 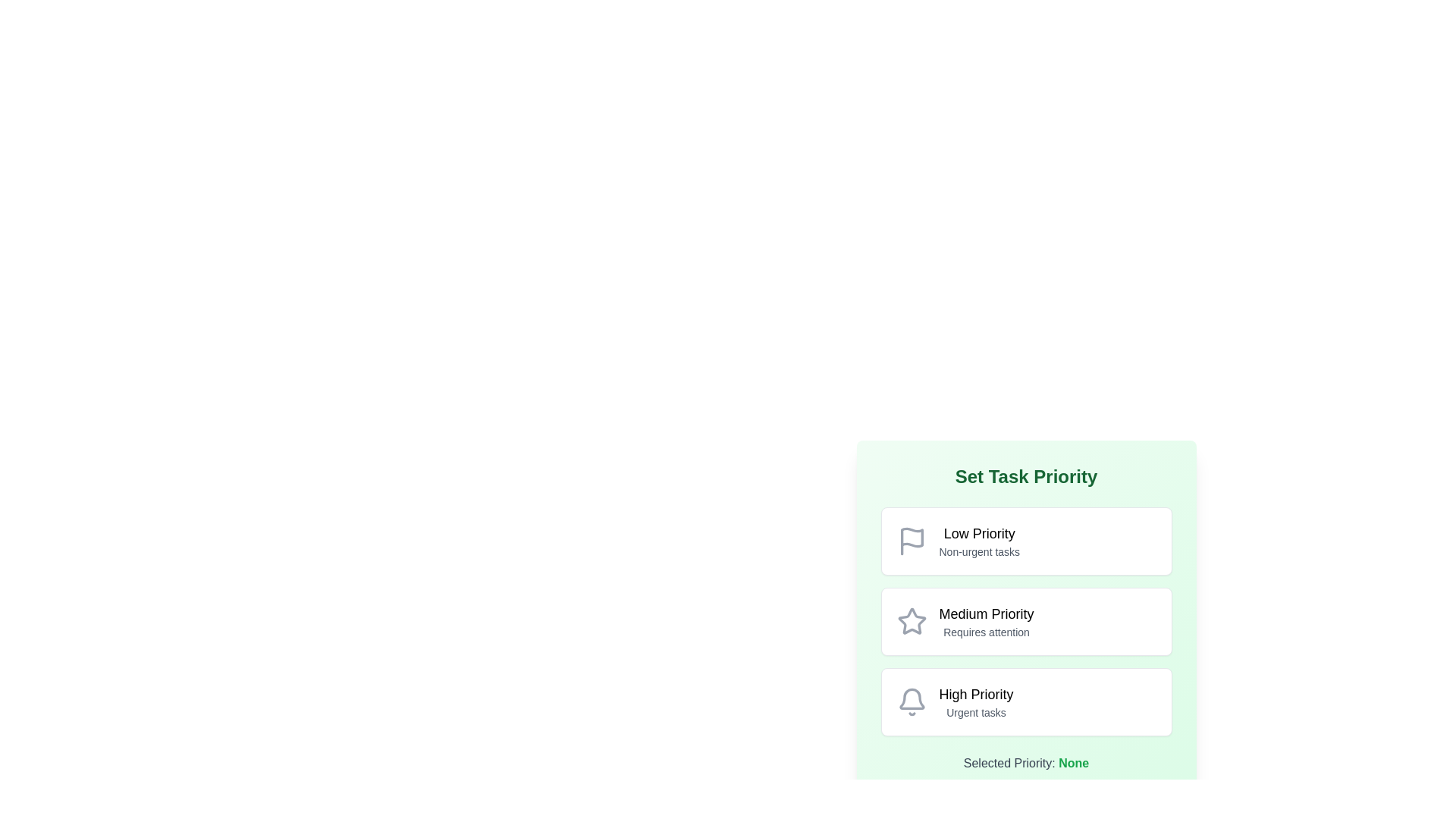 I want to click on the text label displaying 'Non-urgent tasks', which is styled in a smaller gray font and positioned beneath the 'Low Priority' label in the task priority selector interface, so click(x=979, y=552).